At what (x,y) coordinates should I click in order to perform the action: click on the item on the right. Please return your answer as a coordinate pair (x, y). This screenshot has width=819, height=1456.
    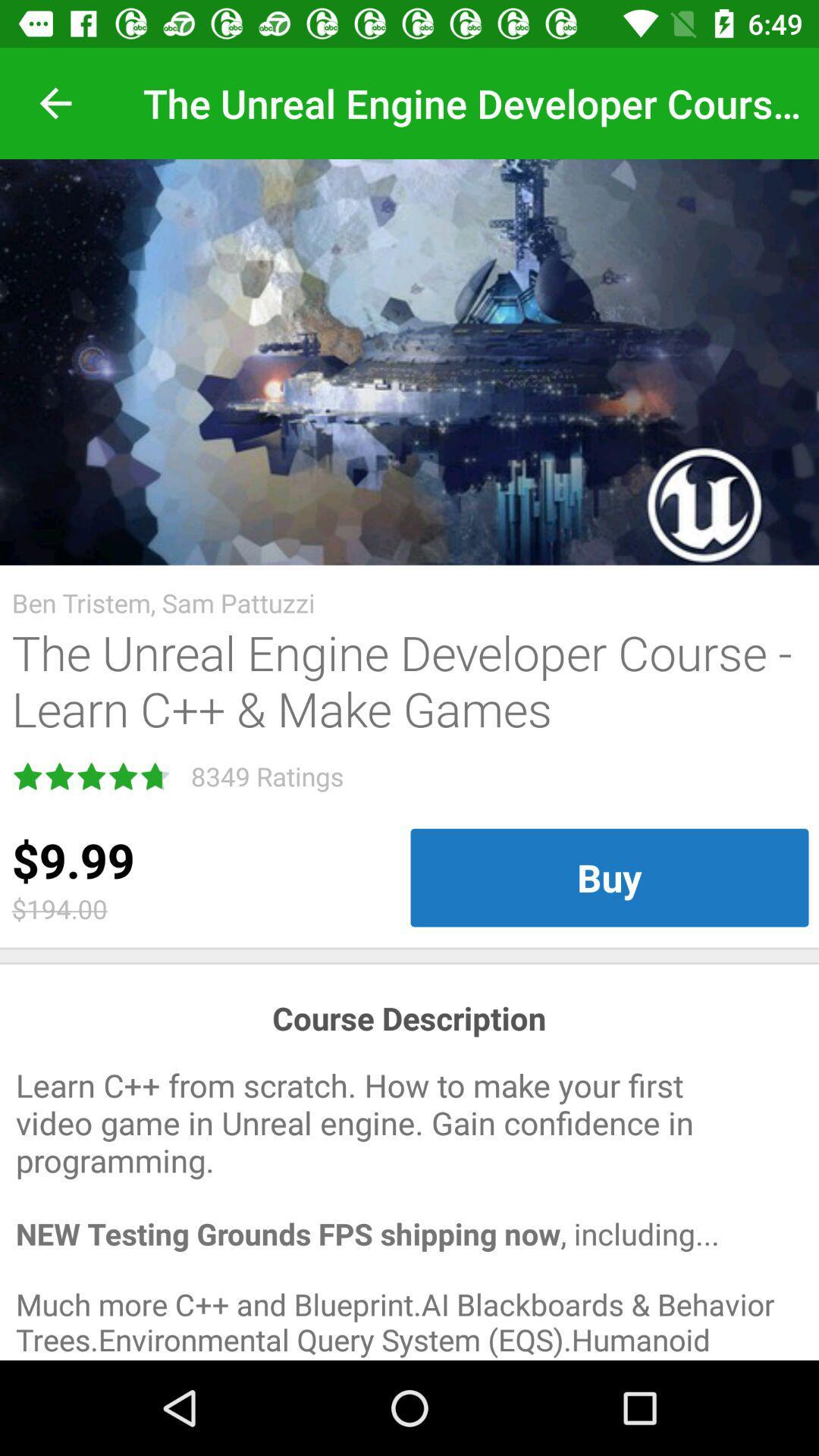
    Looking at the image, I should click on (608, 877).